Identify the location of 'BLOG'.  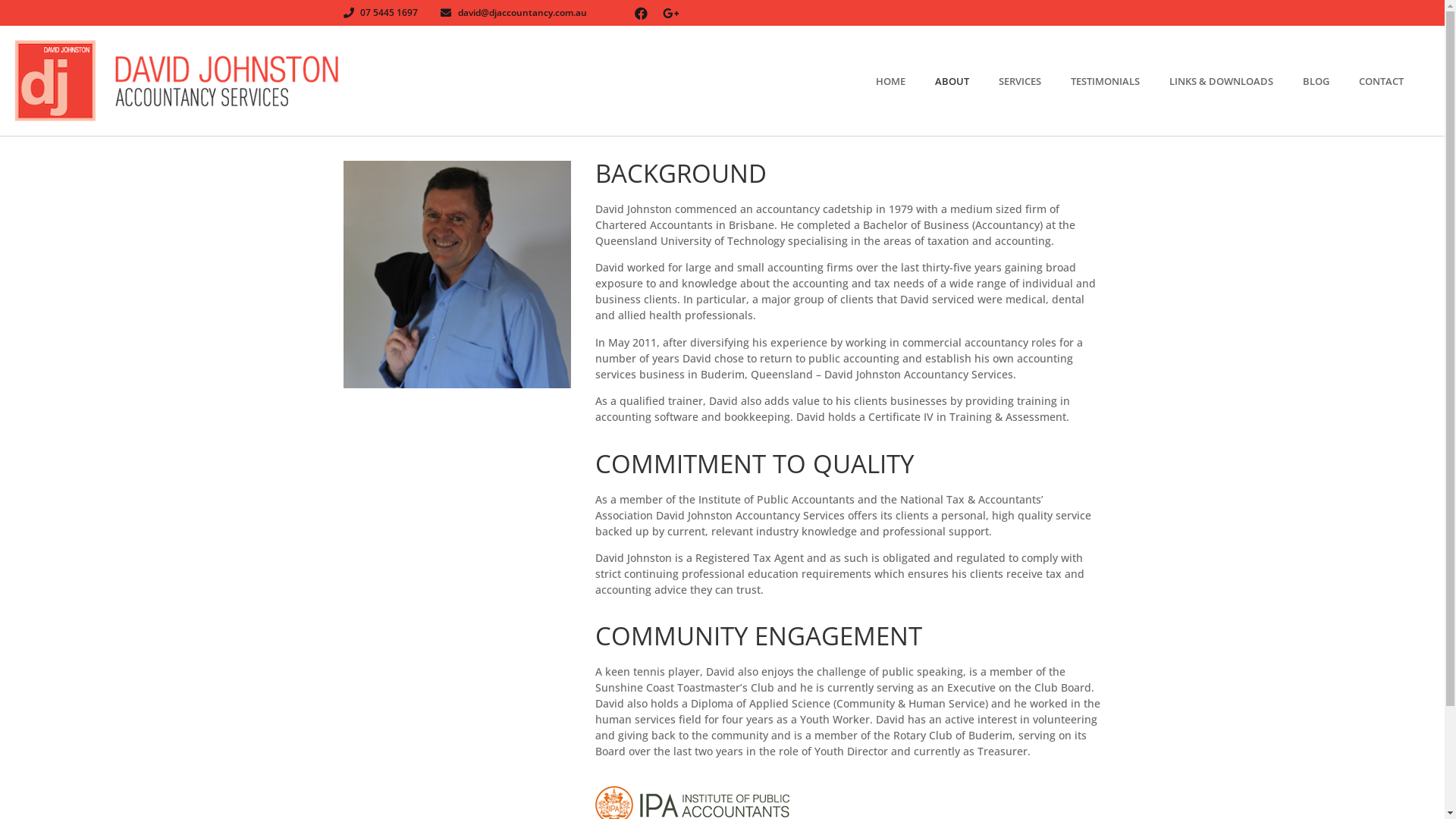
(1330, 81).